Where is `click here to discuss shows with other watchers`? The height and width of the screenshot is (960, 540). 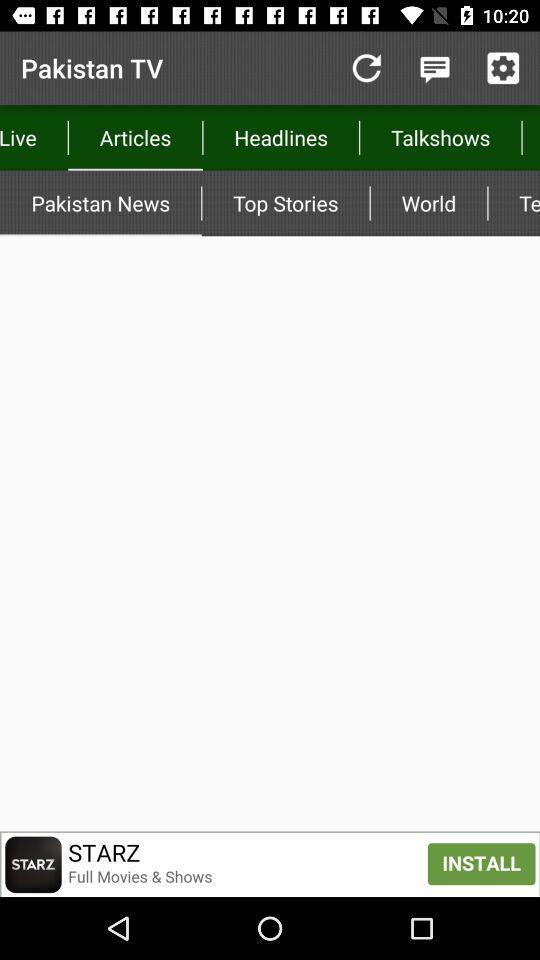 click here to discuss shows with other watchers is located at coordinates (434, 68).